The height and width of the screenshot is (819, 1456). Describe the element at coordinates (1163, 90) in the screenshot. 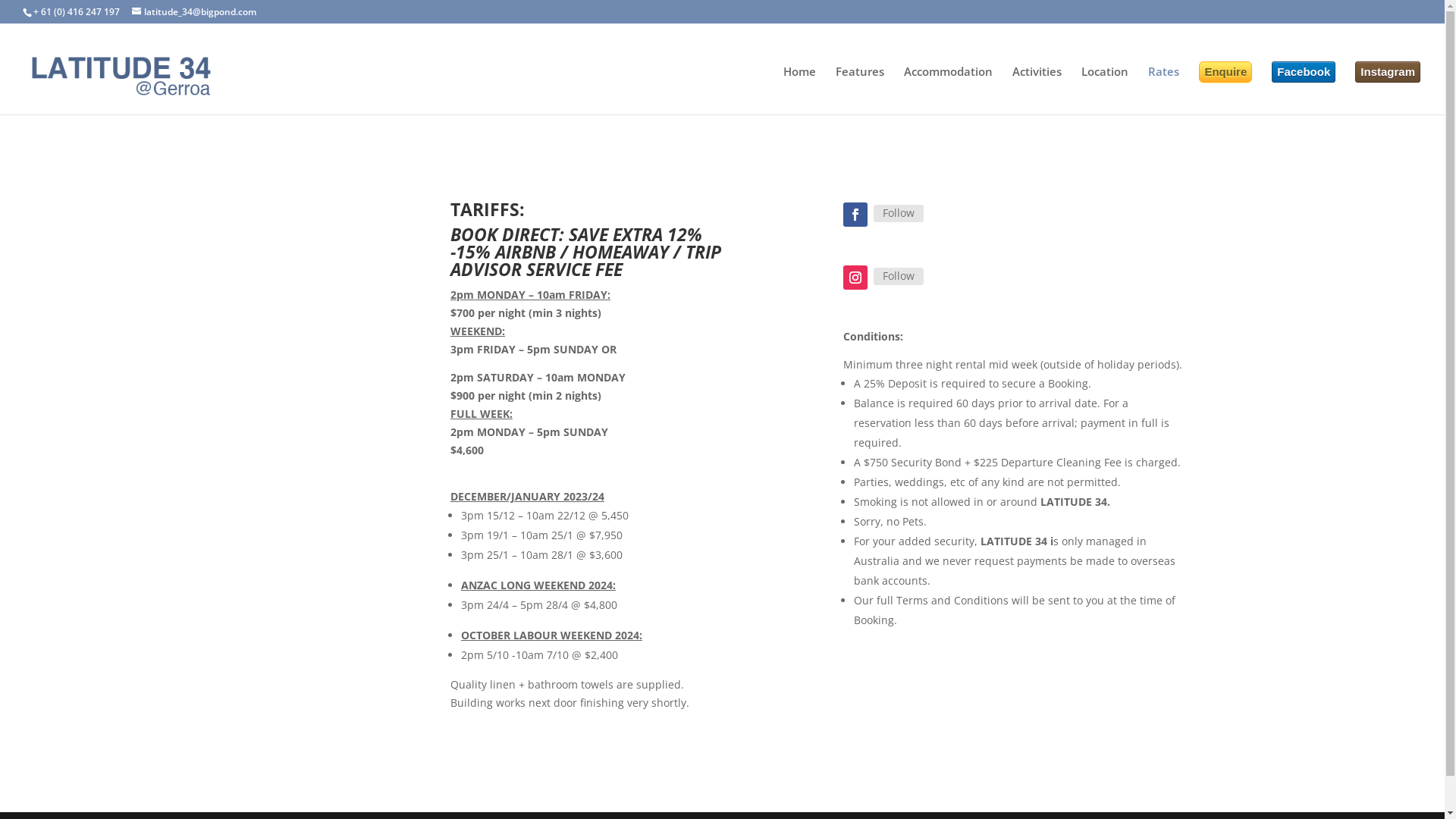

I see `'Rates'` at that location.